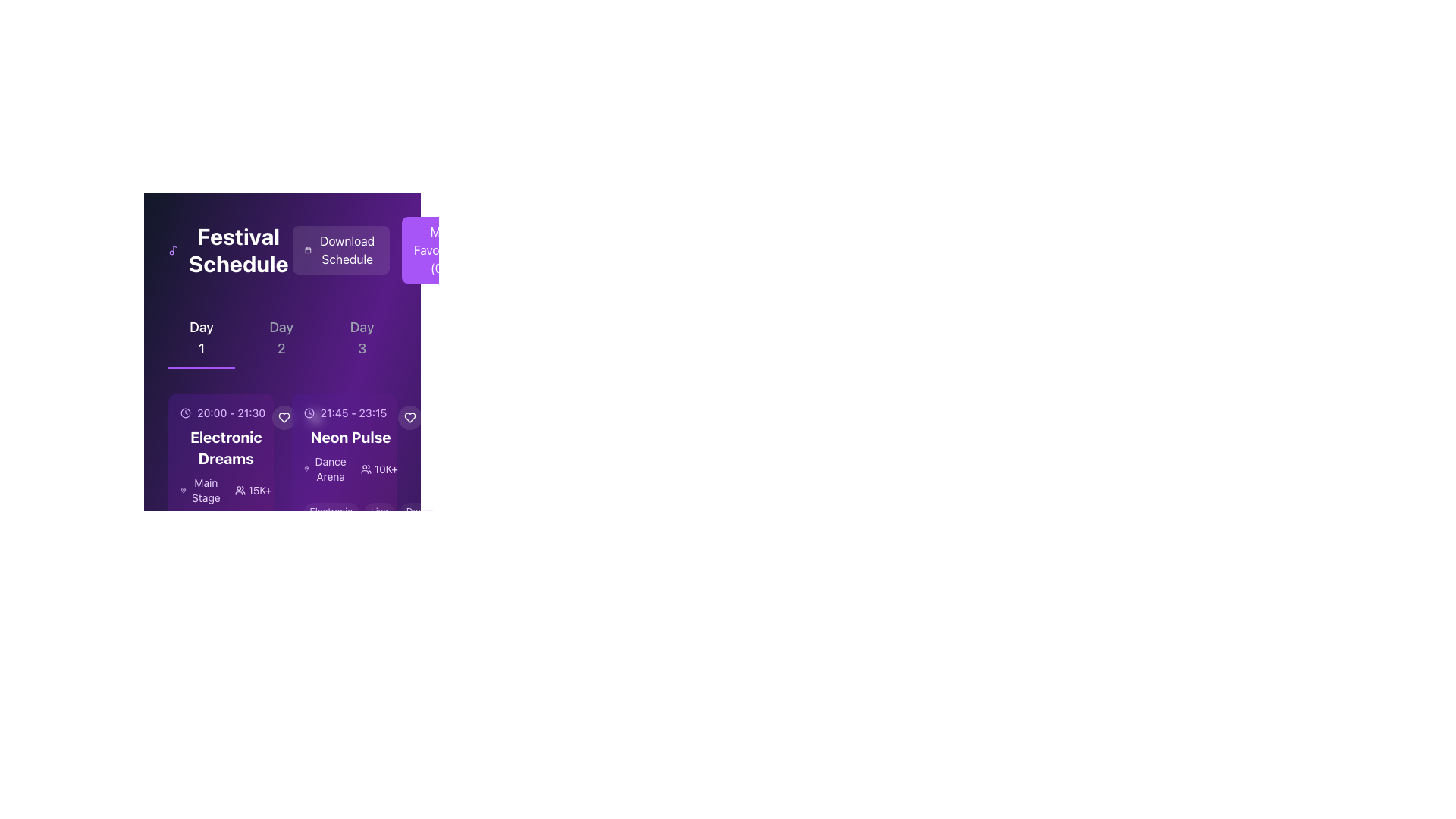 Image resolution: width=1456 pixels, height=819 pixels. What do you see at coordinates (183, 491) in the screenshot?
I see `the map pin icon indicating the location of the 'Main Stage' for the event 'Electronic Dreams', positioned above the participant count of '15K+'` at bounding box center [183, 491].